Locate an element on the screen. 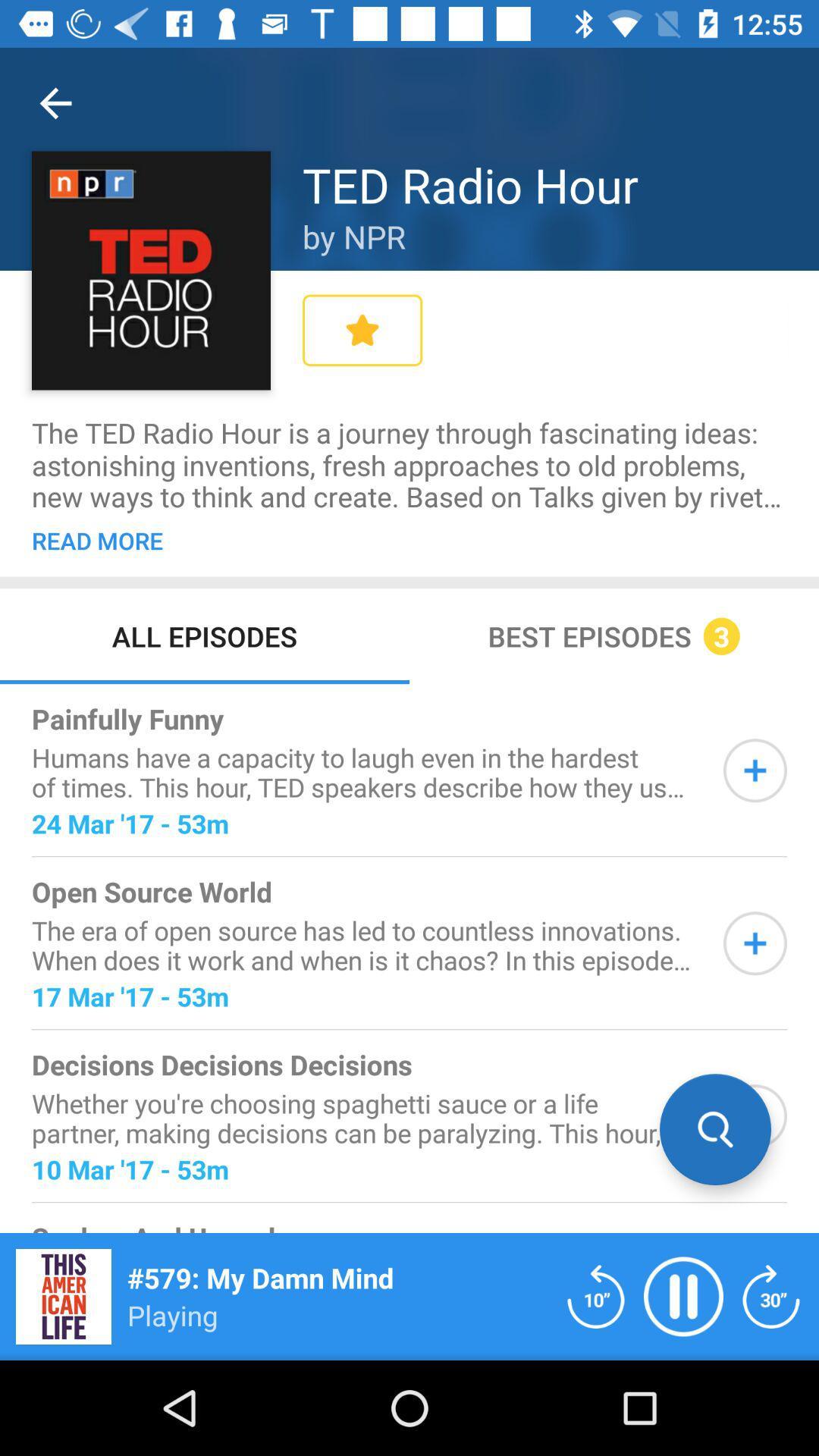 The width and height of the screenshot is (819, 1456). episode is located at coordinates (755, 770).